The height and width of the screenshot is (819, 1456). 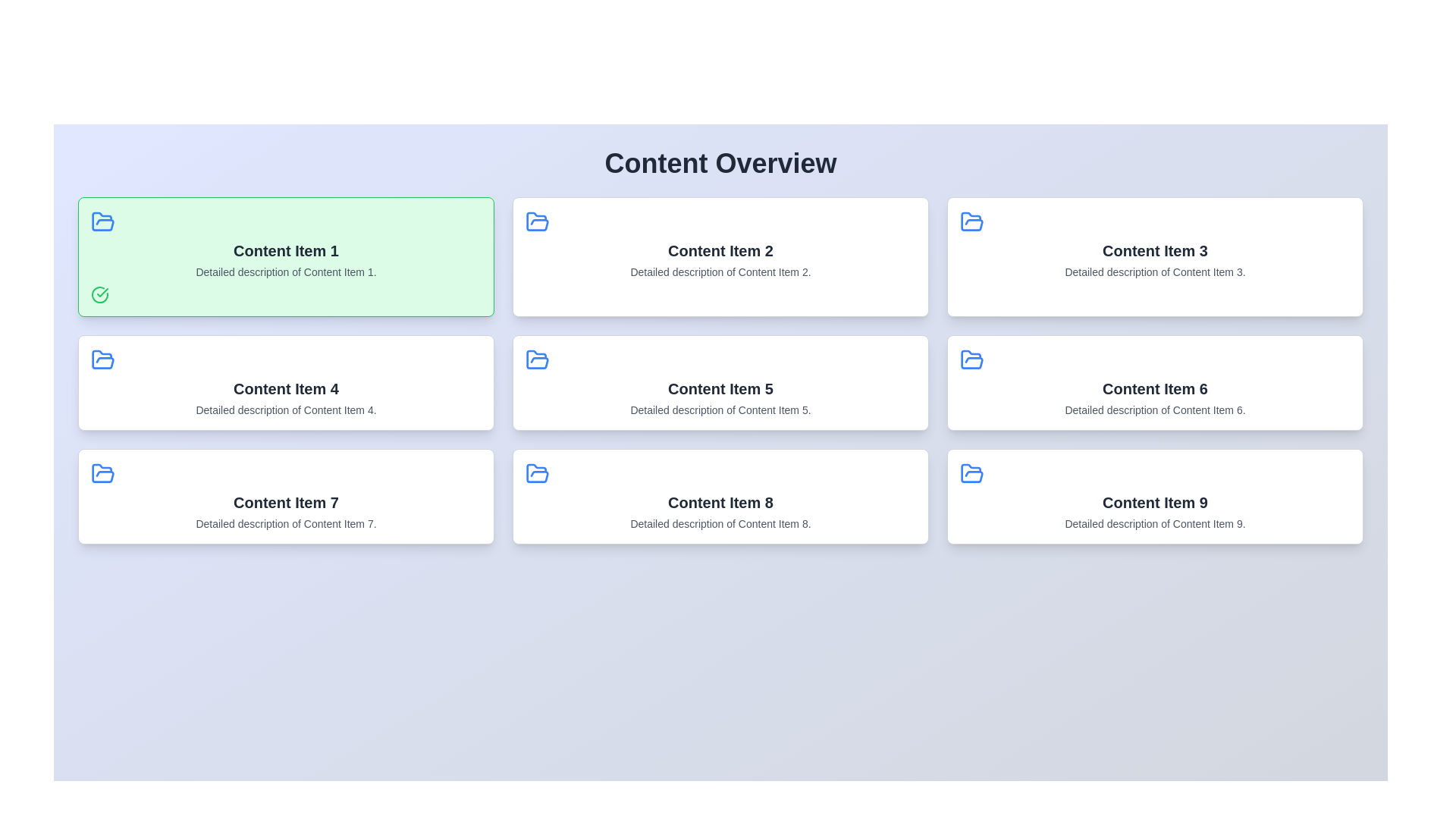 What do you see at coordinates (1154, 271) in the screenshot?
I see `the descriptive text label located in the top-right section of the 'Content Item 3' card, which provides additional details about the content` at bounding box center [1154, 271].